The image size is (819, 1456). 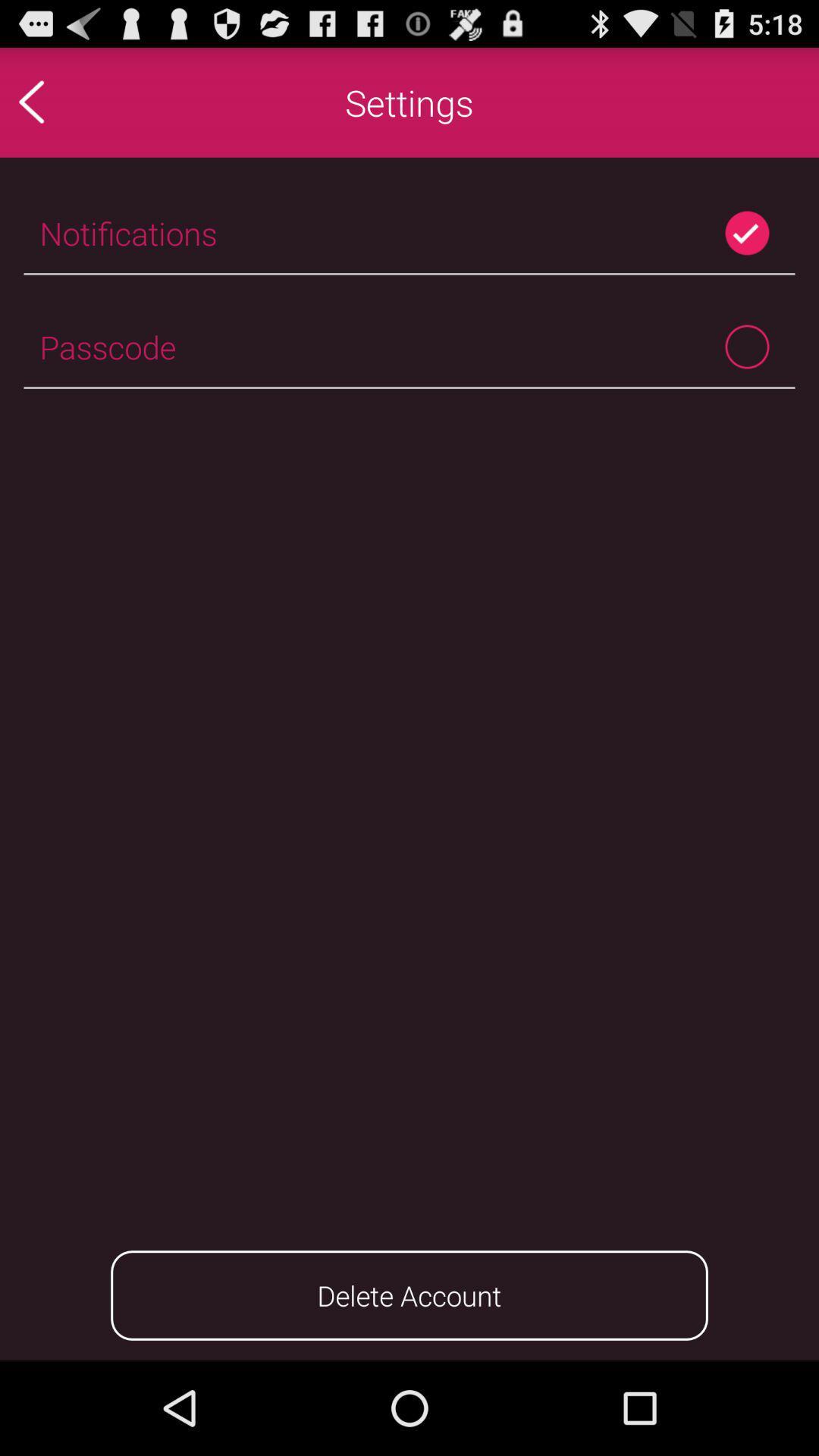 What do you see at coordinates (746, 346) in the screenshot?
I see `set passcode requirement` at bounding box center [746, 346].